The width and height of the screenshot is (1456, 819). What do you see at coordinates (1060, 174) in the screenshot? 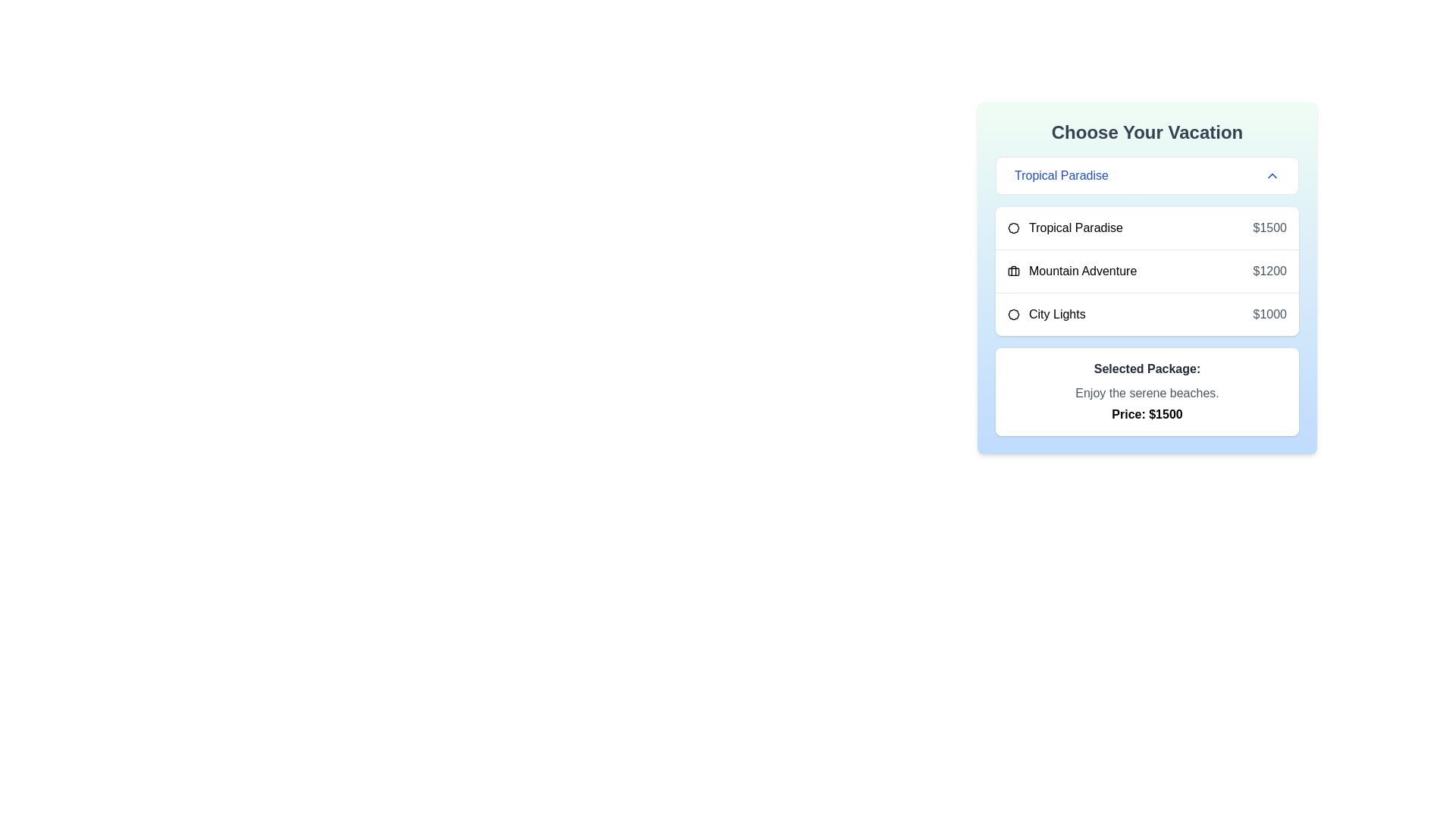
I see `the static text label indicating the currently selected vacation package, which is located at the top left of the vacation selection box` at bounding box center [1060, 174].